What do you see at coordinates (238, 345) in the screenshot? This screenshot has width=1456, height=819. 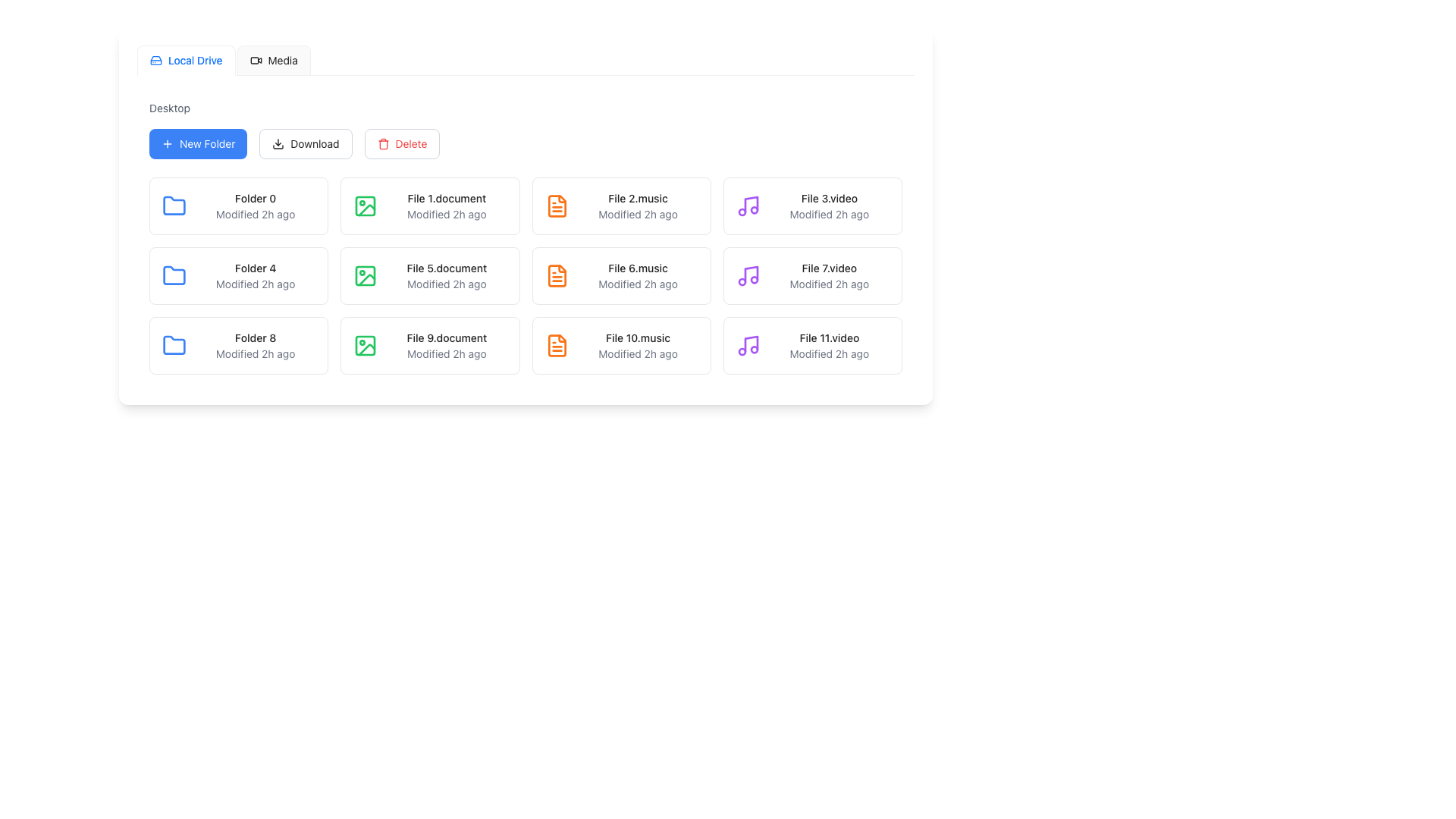 I see `on the folder item labeled 'Folder 8' located in the second column under the 'Desktop' section` at bounding box center [238, 345].